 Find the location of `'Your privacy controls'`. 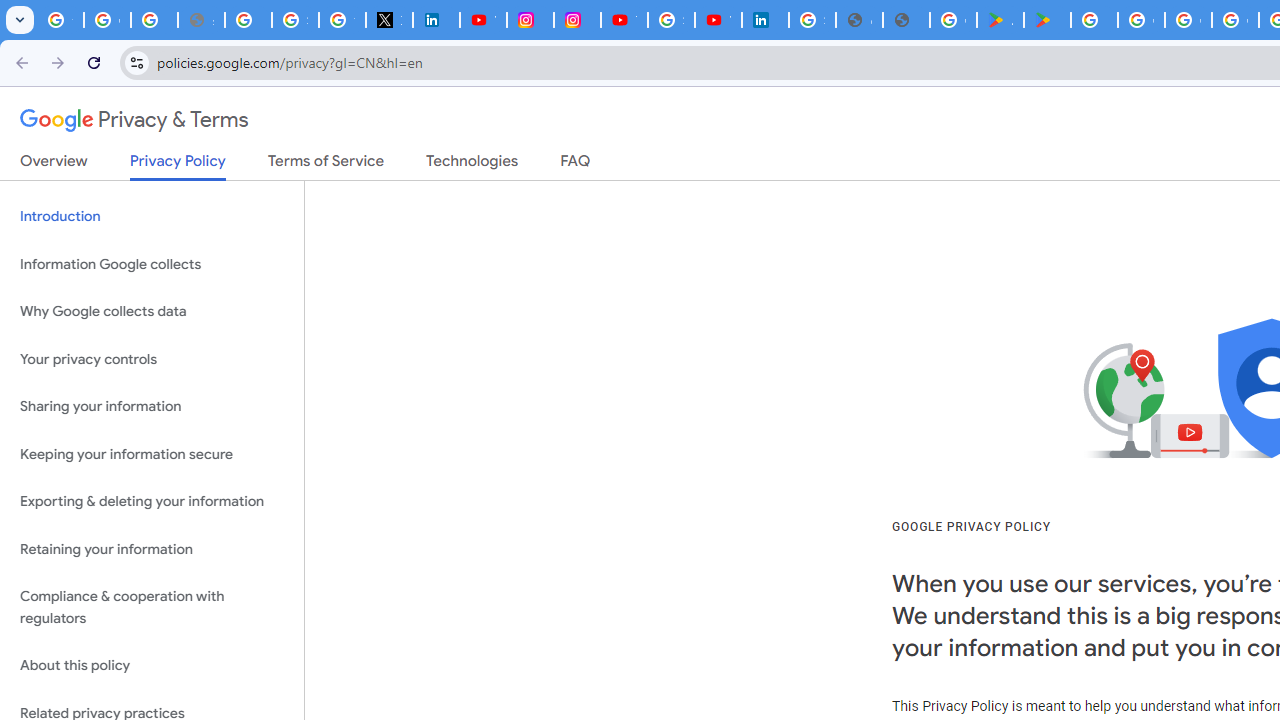

'Your privacy controls' is located at coordinates (151, 358).